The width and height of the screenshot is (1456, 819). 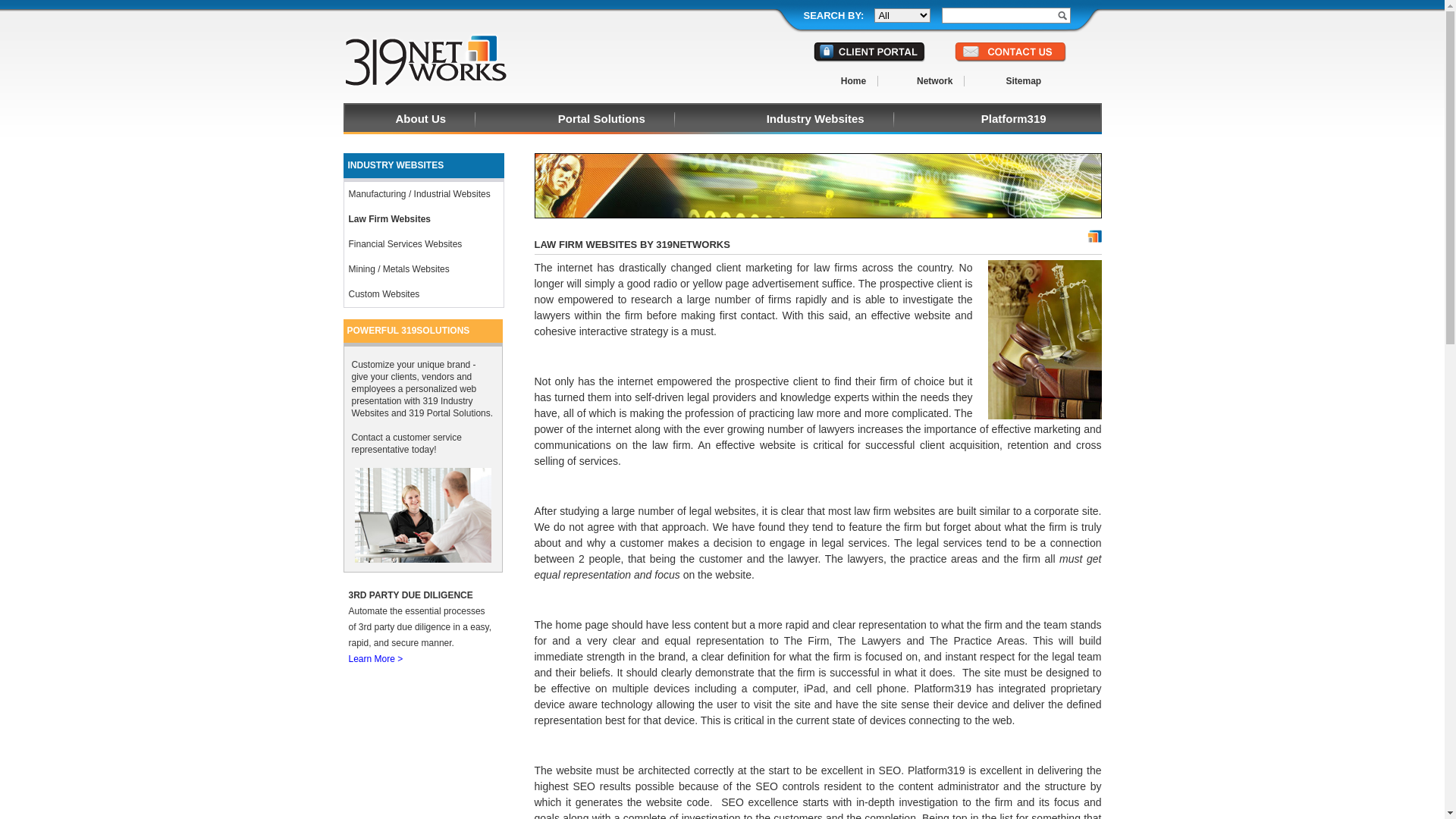 What do you see at coordinates (422, 243) in the screenshot?
I see `'Financial Services Websites'` at bounding box center [422, 243].